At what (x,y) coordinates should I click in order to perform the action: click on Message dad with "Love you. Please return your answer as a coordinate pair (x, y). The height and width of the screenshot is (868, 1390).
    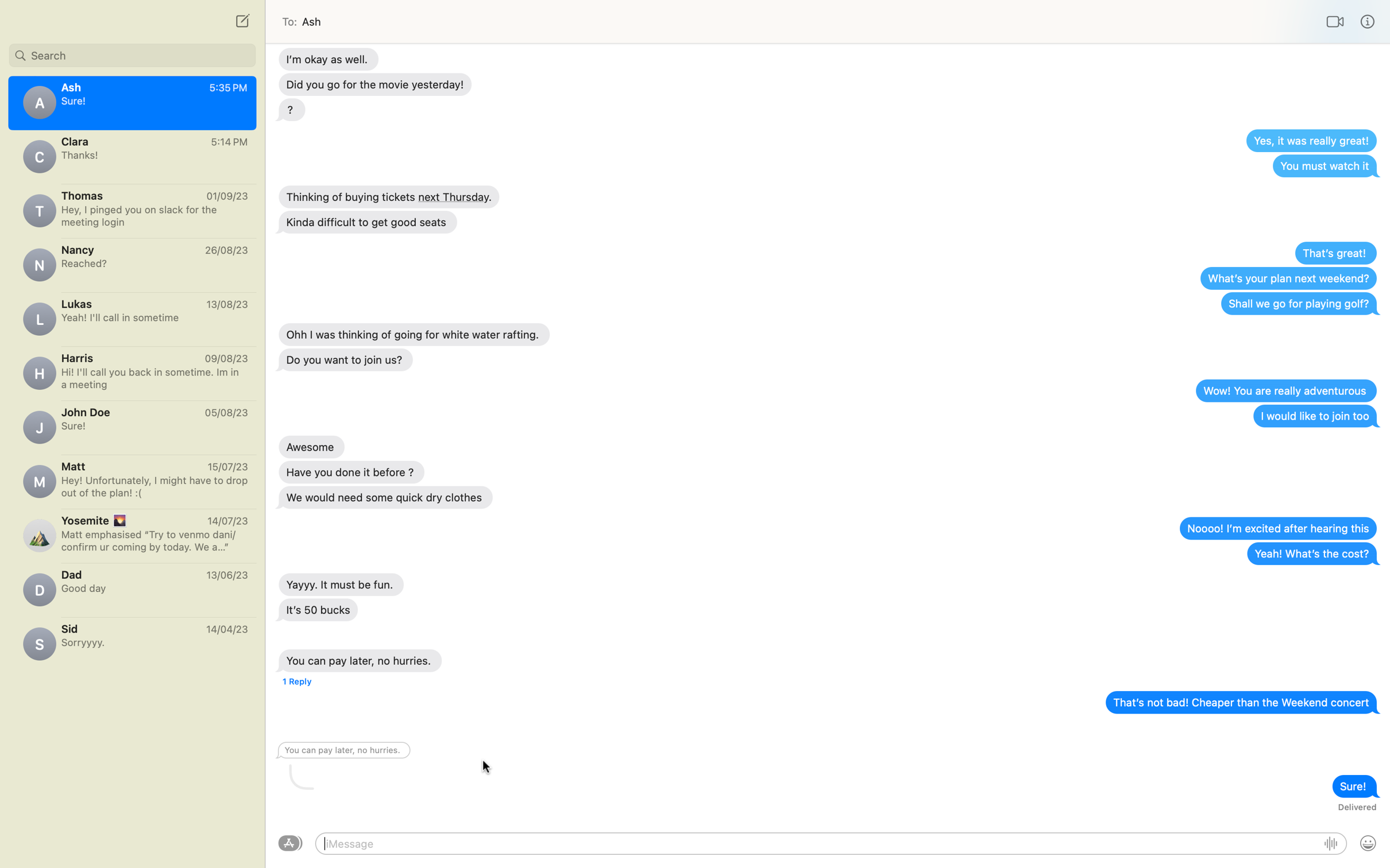
    Looking at the image, I should click on (132, 586).